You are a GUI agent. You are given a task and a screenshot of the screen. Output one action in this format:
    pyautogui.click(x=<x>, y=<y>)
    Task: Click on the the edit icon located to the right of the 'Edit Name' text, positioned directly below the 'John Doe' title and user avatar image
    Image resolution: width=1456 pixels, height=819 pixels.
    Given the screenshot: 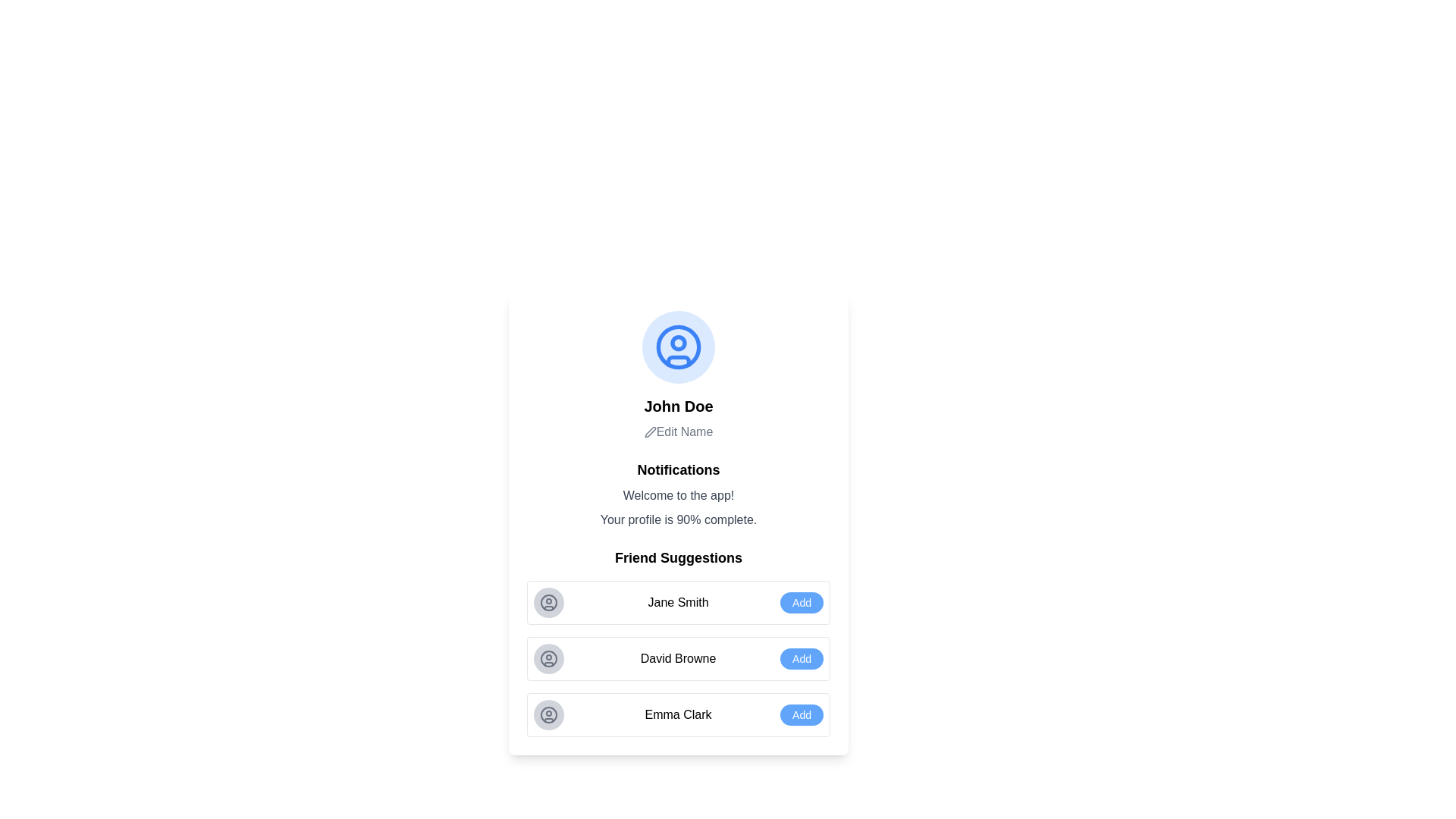 What is the action you would take?
    pyautogui.click(x=650, y=432)
    